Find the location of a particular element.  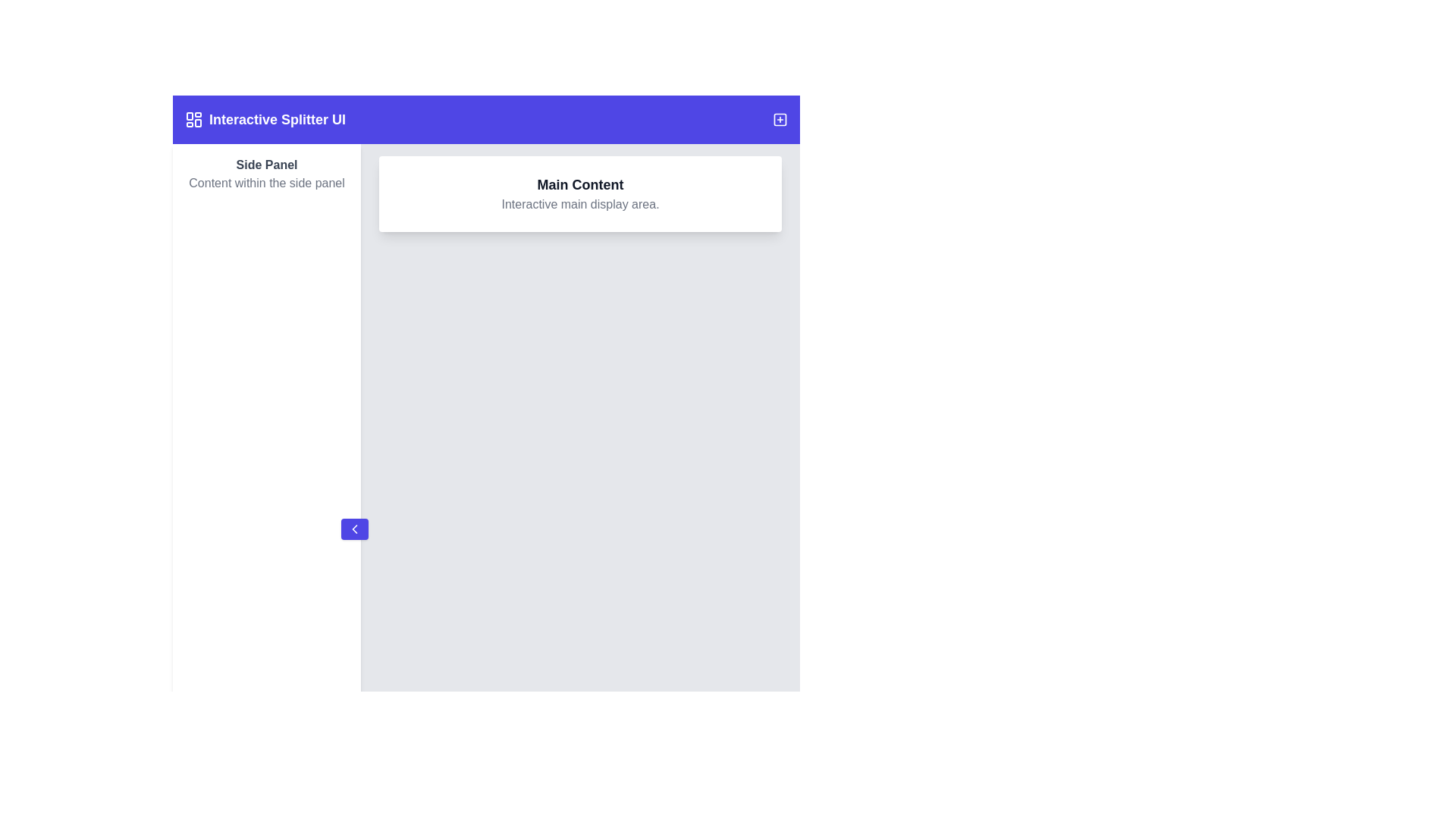

text label 'Interactive Splitter UI' located on the left side of the blue header bar, immediately to the right of the grid layout icon is located at coordinates (277, 119).